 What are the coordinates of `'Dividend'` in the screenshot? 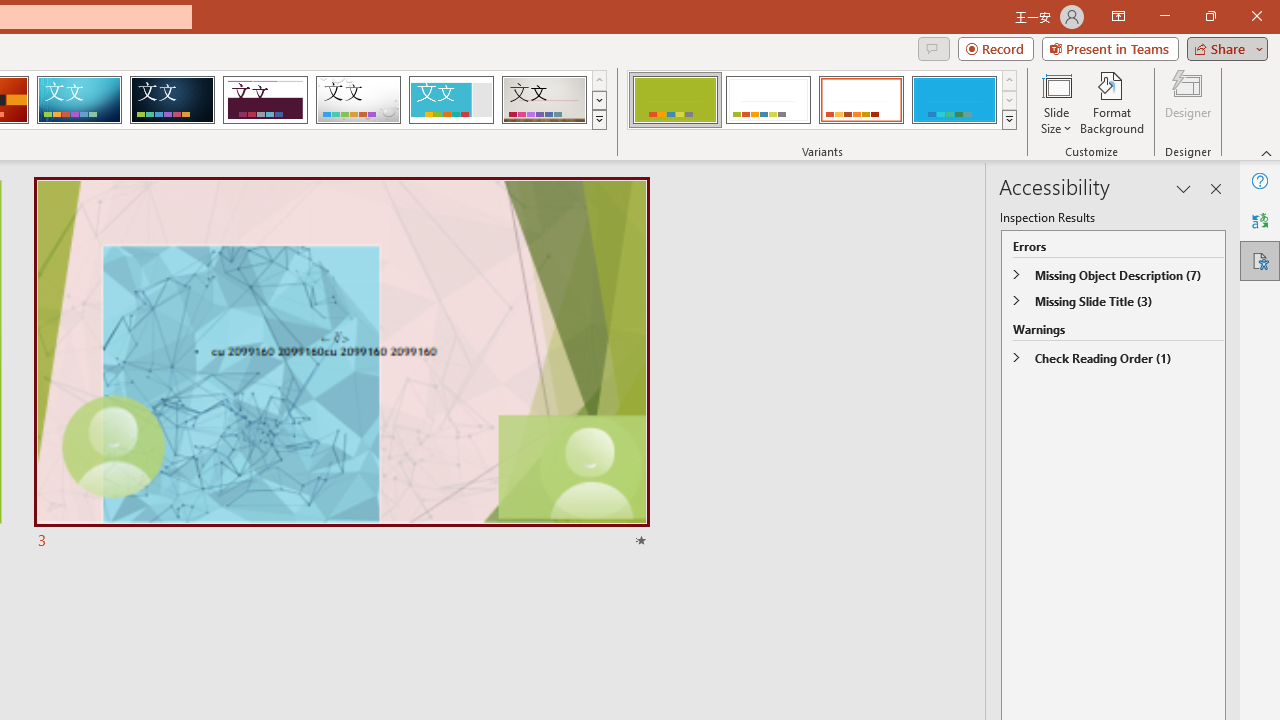 It's located at (264, 100).